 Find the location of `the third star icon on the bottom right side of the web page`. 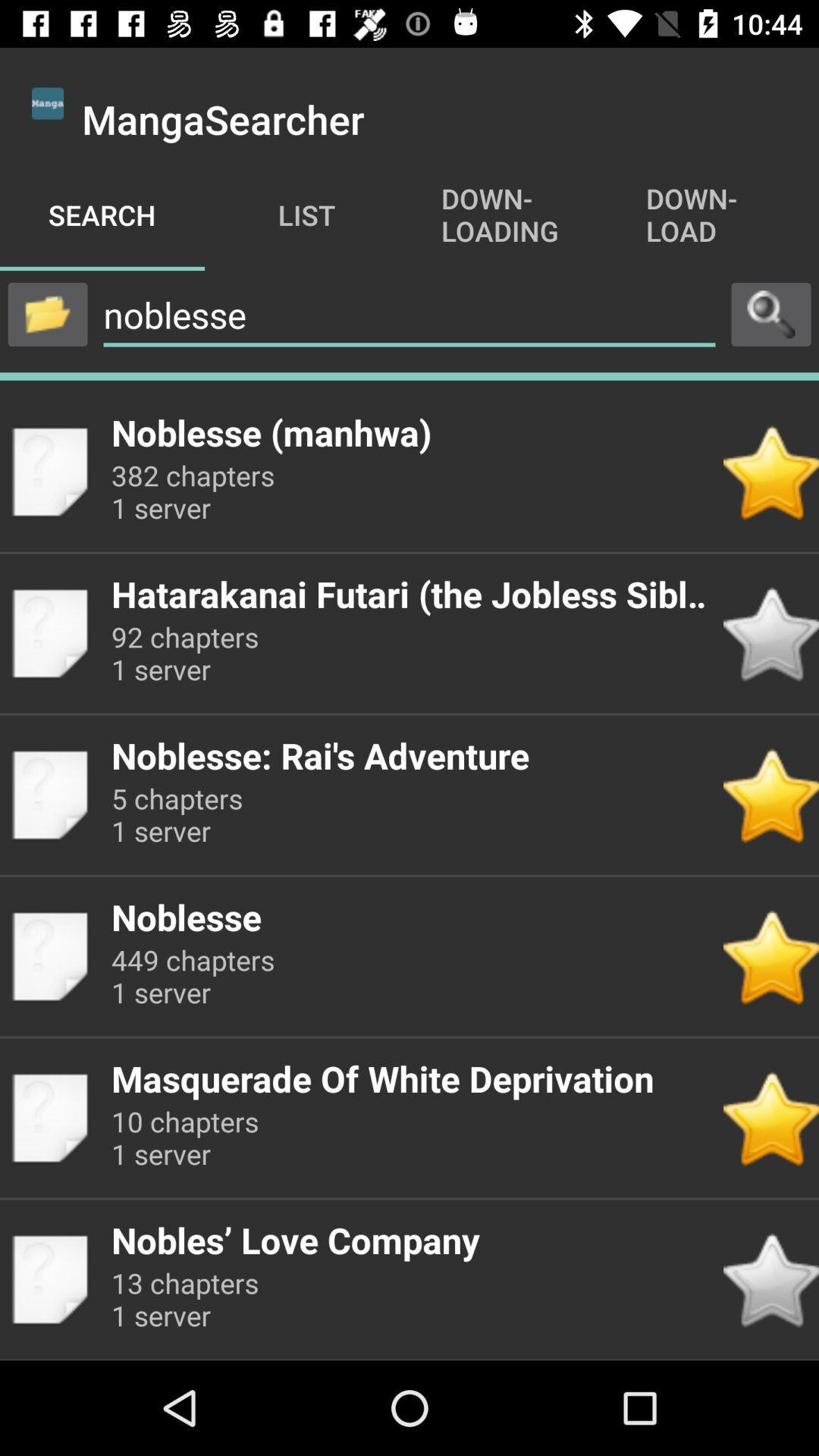

the third star icon on the bottom right side of the web page is located at coordinates (771, 956).